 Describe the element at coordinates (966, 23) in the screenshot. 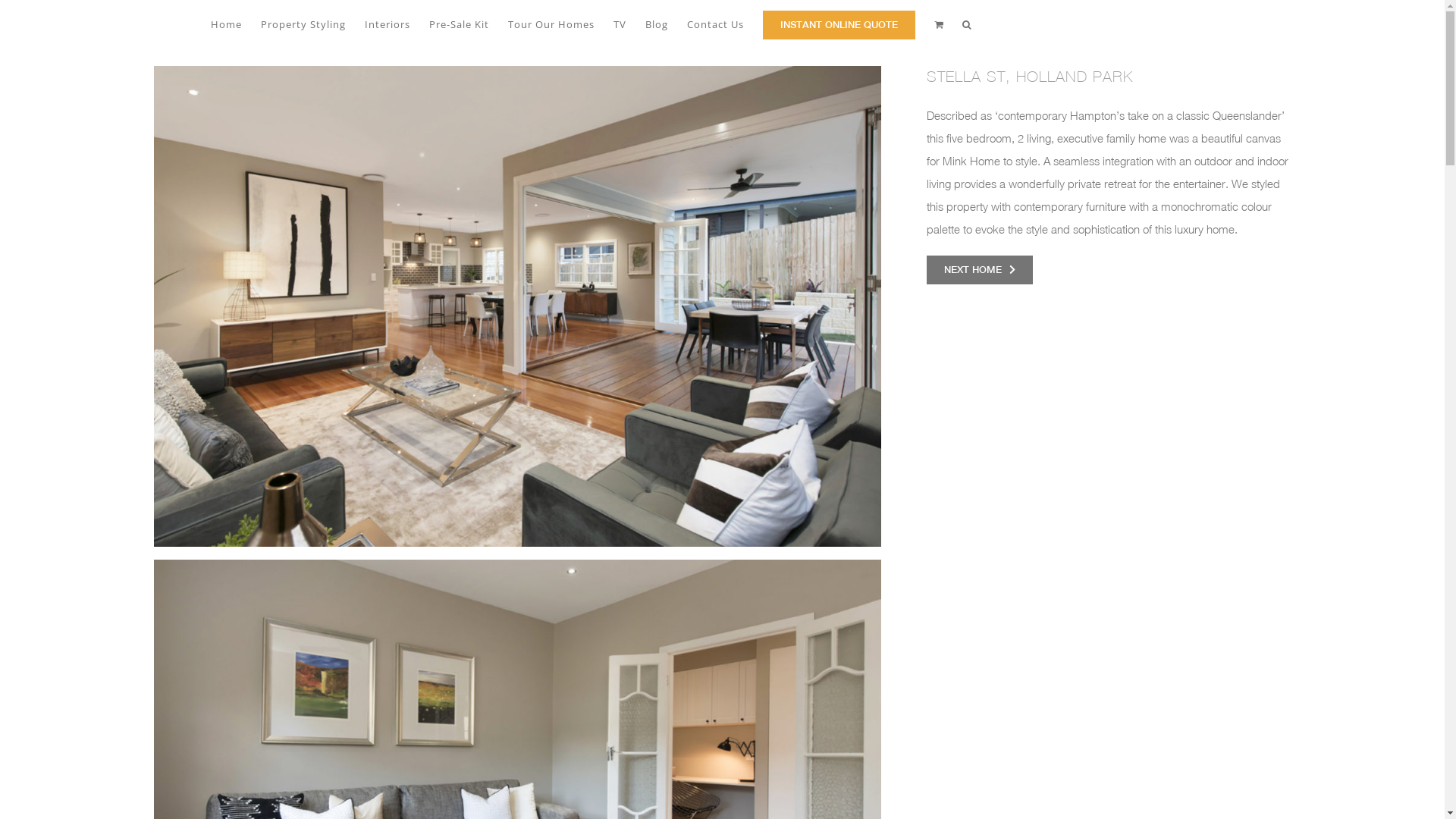

I see `'Search'` at that location.